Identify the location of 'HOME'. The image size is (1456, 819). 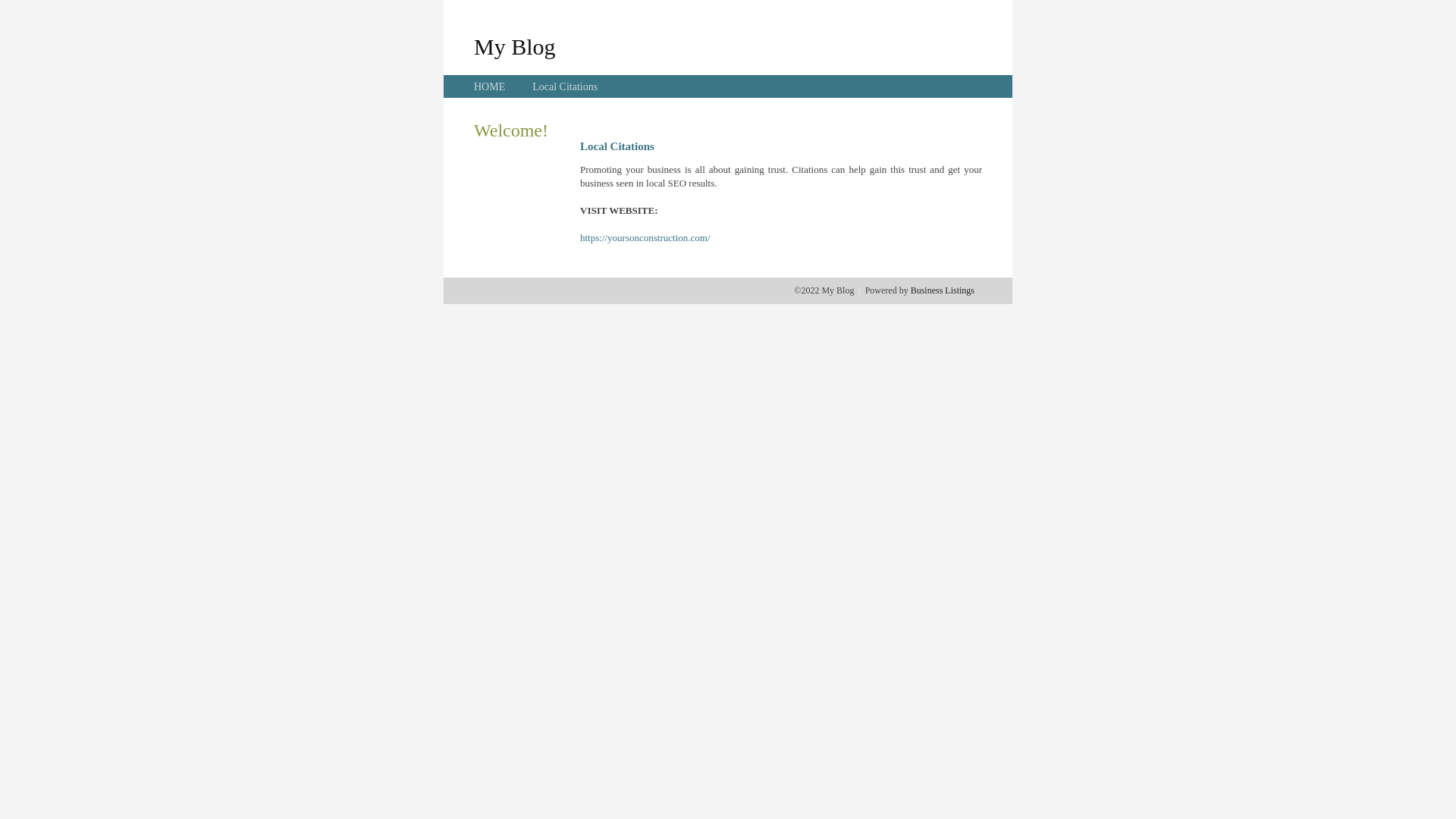
(489, 86).